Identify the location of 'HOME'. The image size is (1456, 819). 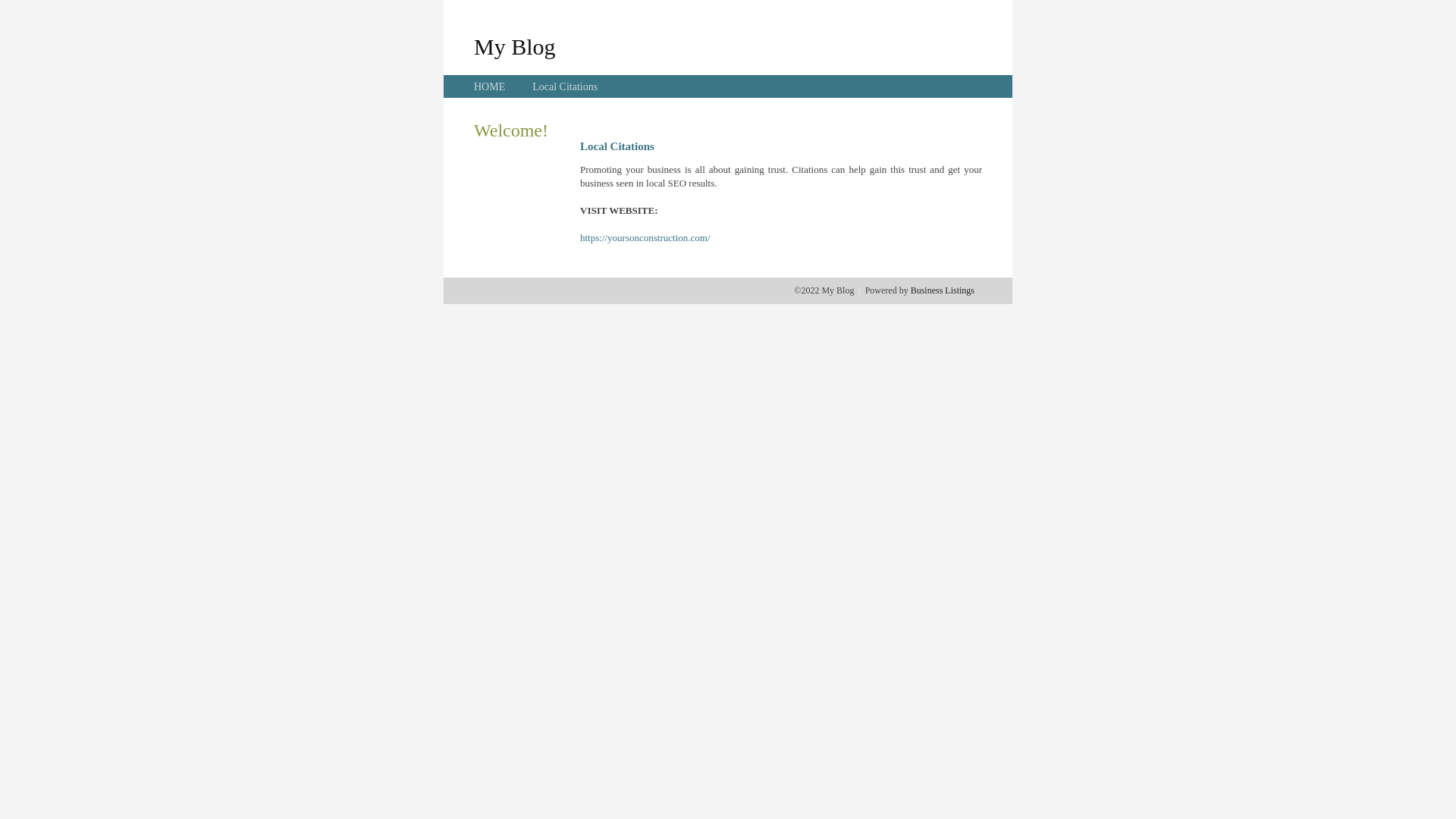
(489, 86).